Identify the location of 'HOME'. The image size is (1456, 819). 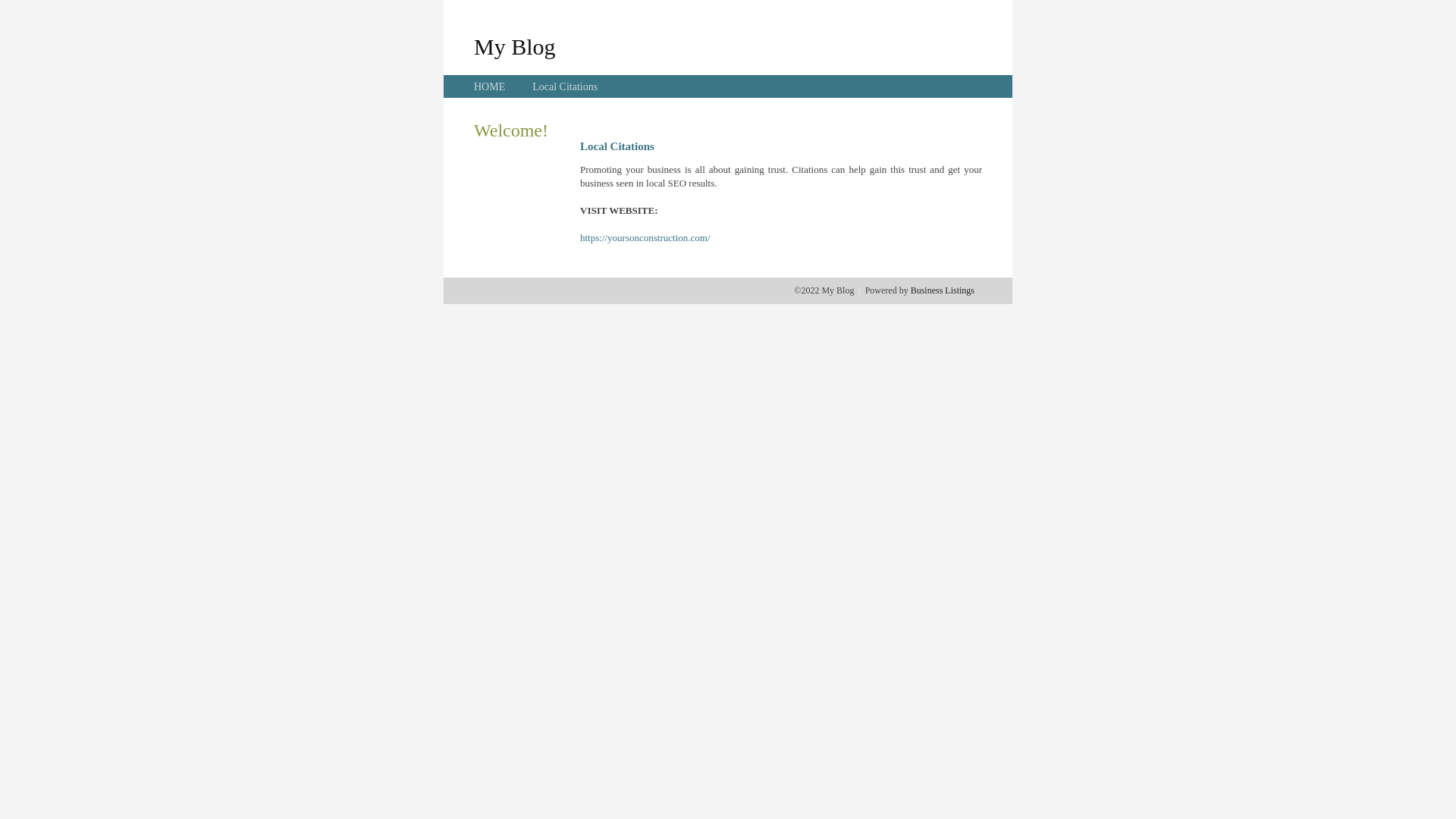
(489, 86).